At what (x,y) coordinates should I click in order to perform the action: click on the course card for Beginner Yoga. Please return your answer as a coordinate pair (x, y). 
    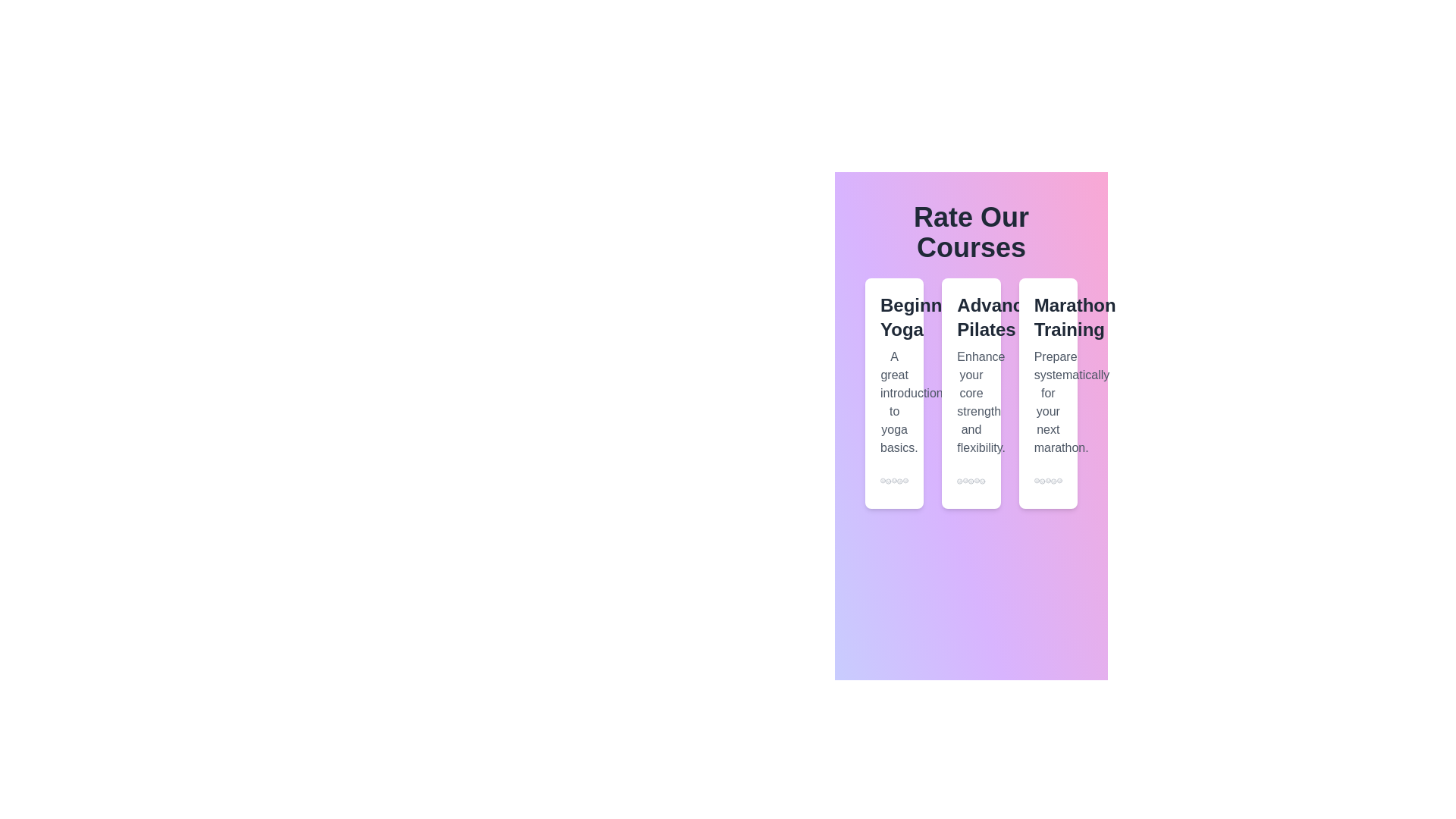
    Looking at the image, I should click on (894, 393).